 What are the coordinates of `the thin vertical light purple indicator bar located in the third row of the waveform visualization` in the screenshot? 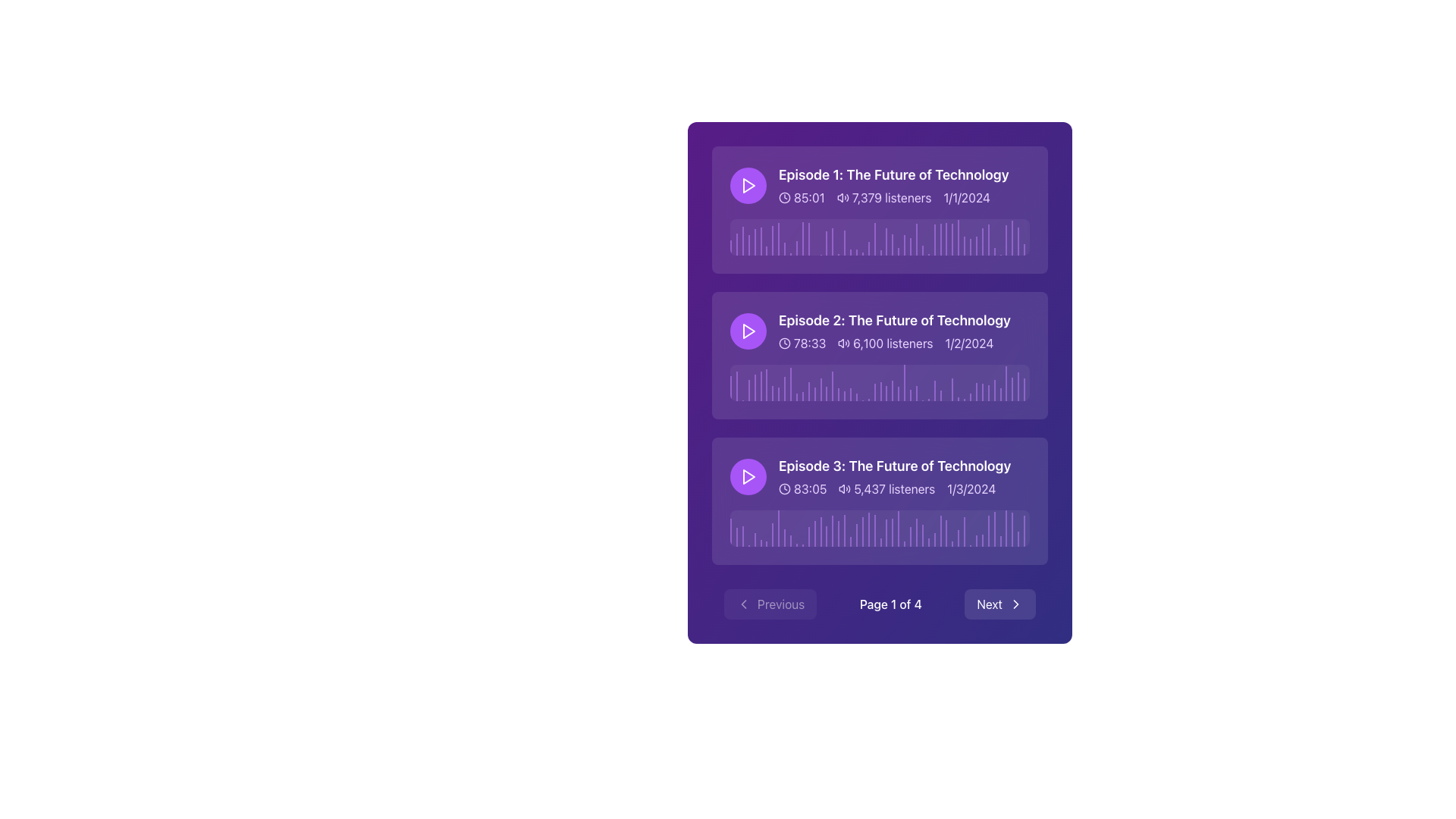 It's located at (946, 532).